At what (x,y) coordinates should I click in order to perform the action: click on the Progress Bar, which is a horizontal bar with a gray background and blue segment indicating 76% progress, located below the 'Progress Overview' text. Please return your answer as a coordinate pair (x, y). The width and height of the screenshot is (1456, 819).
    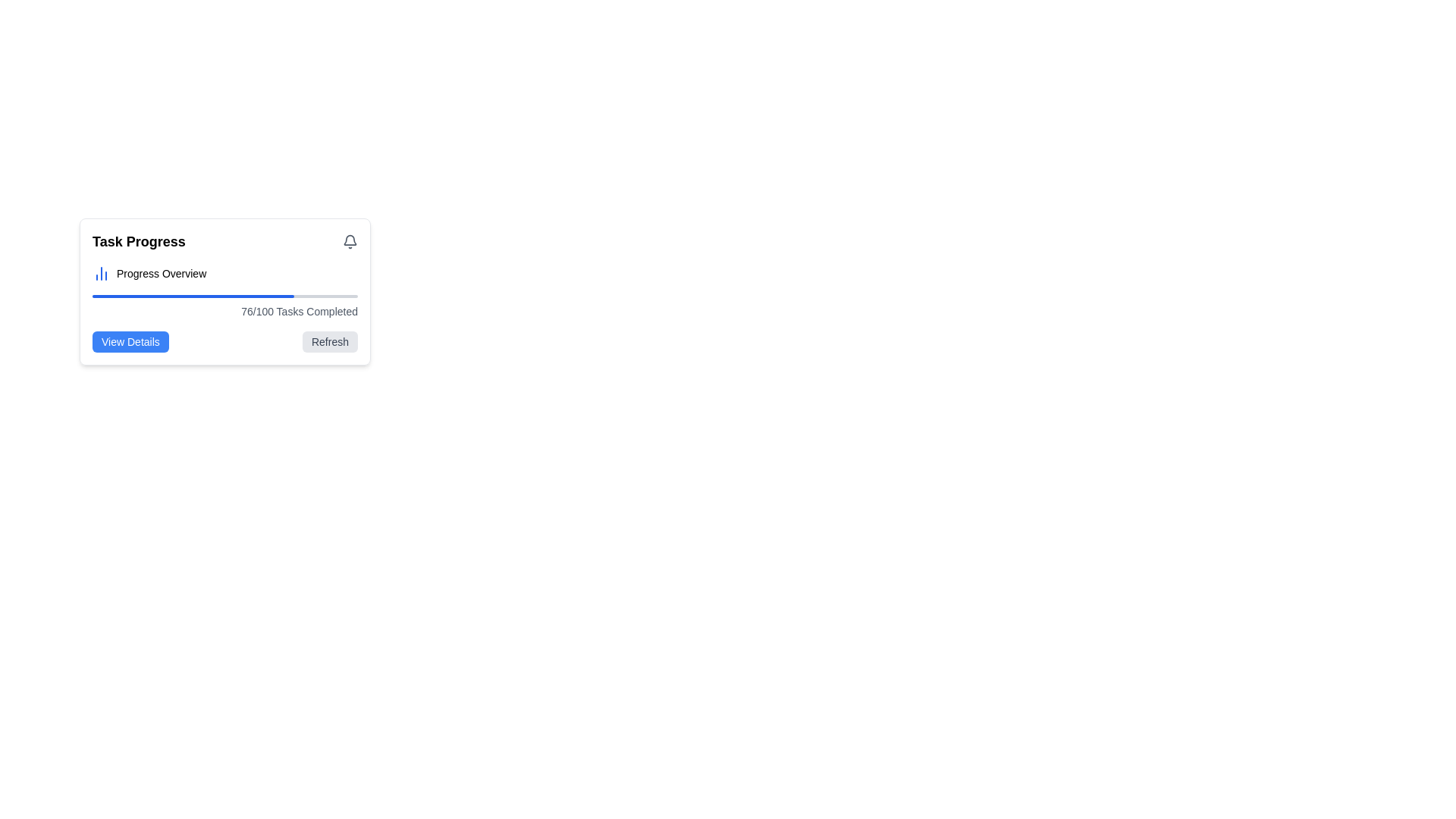
    Looking at the image, I should click on (224, 296).